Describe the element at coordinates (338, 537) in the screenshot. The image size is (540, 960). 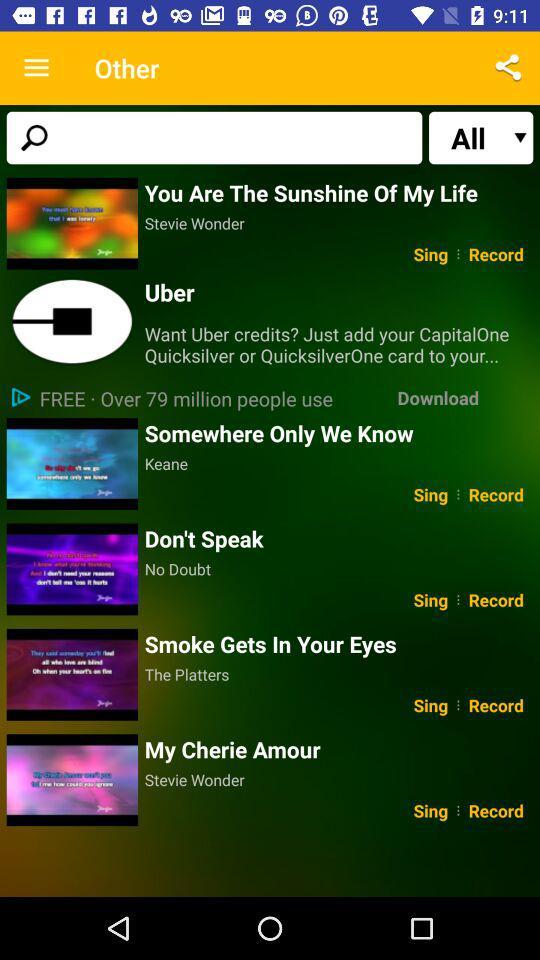
I see `the icon below the sing item` at that location.